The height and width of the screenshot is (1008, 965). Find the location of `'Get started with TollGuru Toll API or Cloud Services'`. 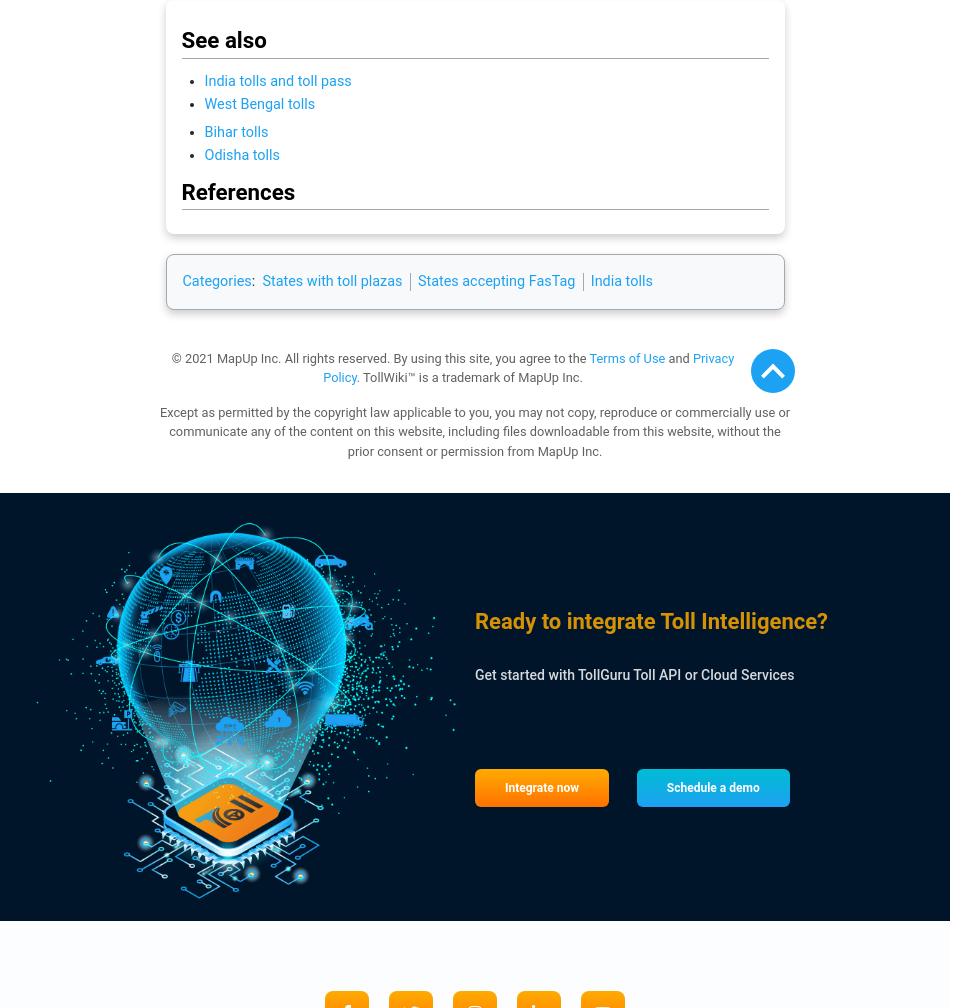

'Get started with TollGuru Toll API or Cloud Services' is located at coordinates (473, 674).